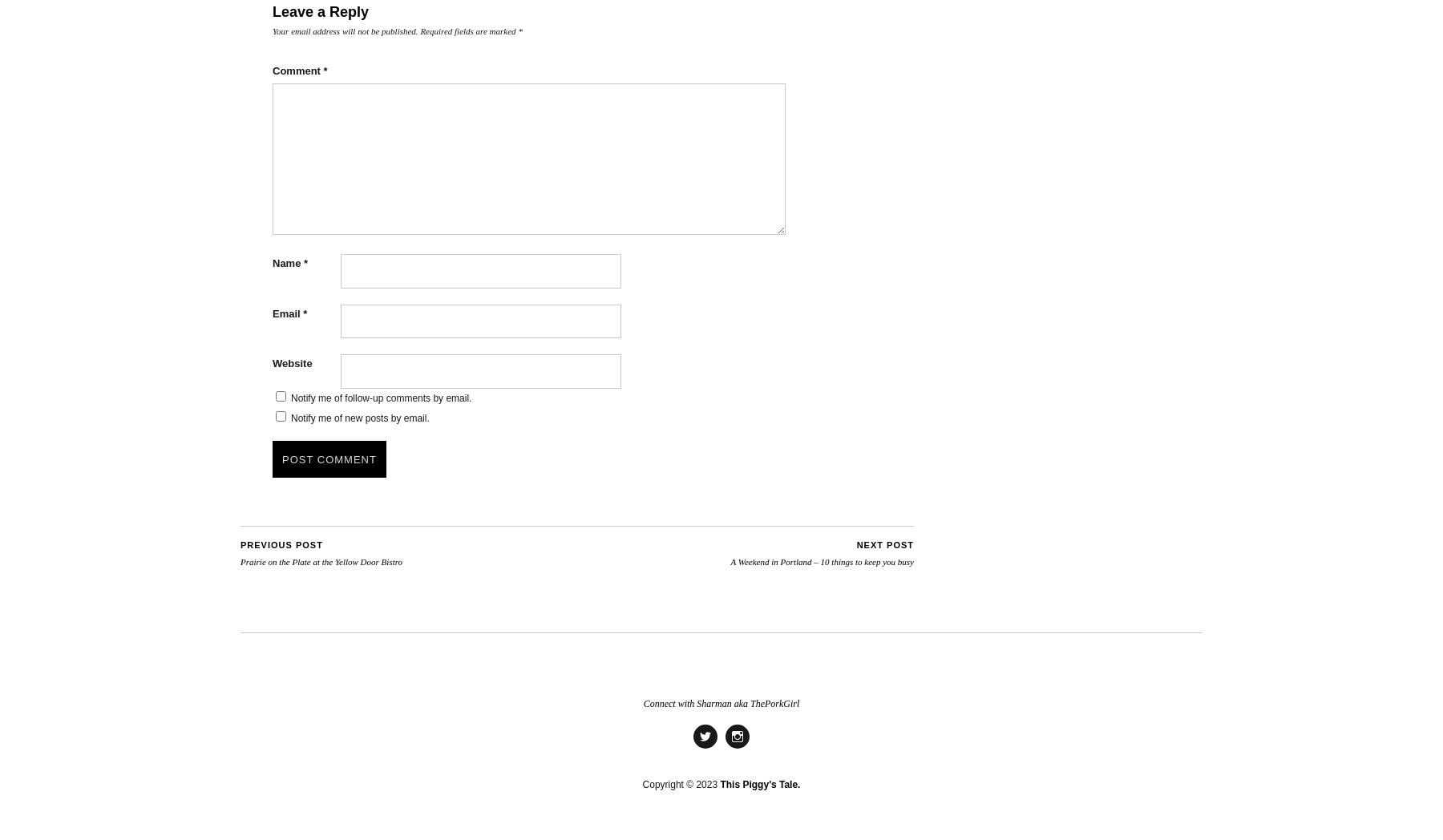 This screenshot has width=1443, height=840. Describe the element at coordinates (288, 262) in the screenshot. I see `'Name'` at that location.